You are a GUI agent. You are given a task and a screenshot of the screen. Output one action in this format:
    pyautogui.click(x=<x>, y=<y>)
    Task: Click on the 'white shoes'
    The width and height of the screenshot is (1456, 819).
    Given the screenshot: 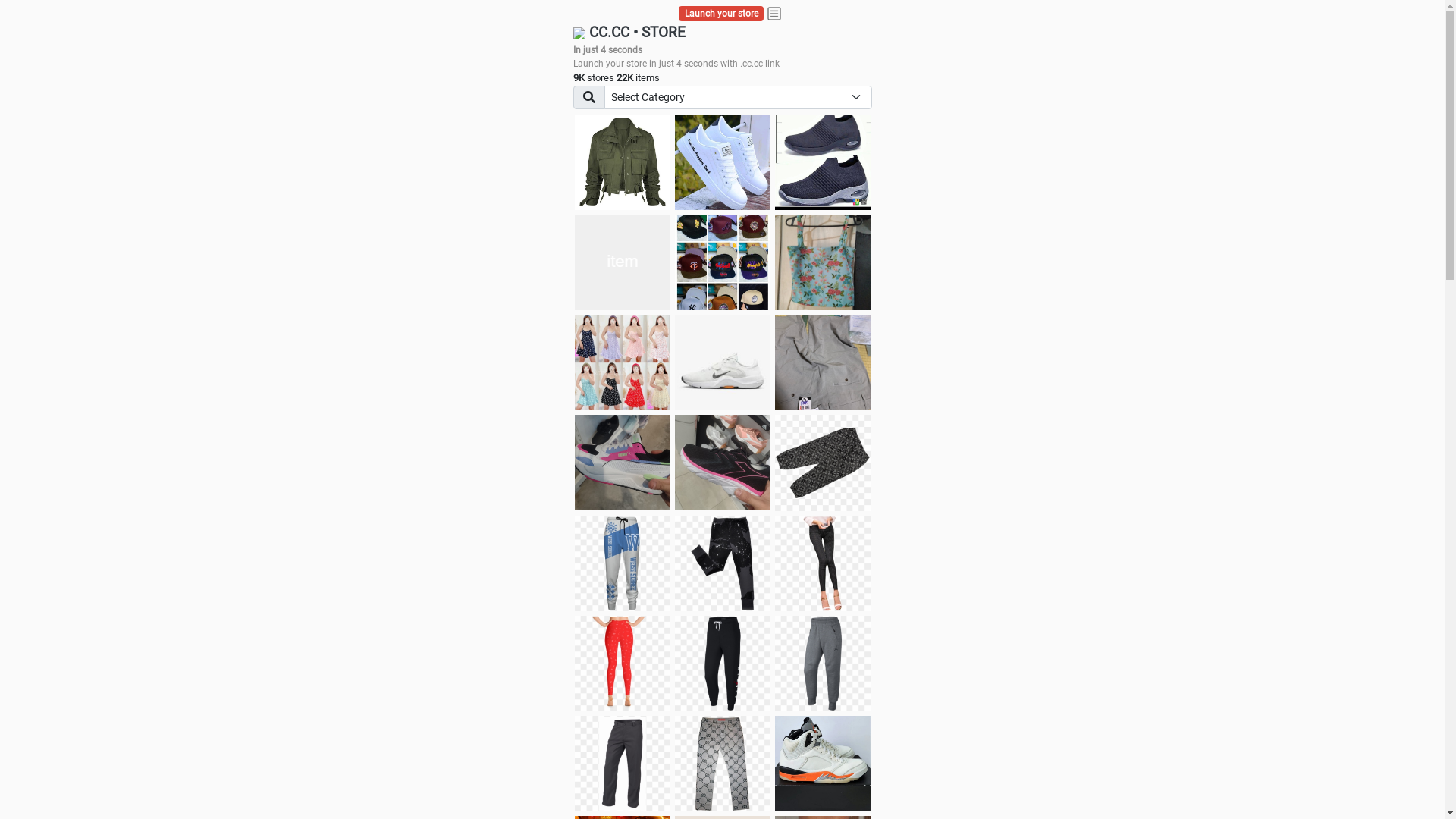 What is the action you would take?
    pyautogui.click(x=673, y=162)
    